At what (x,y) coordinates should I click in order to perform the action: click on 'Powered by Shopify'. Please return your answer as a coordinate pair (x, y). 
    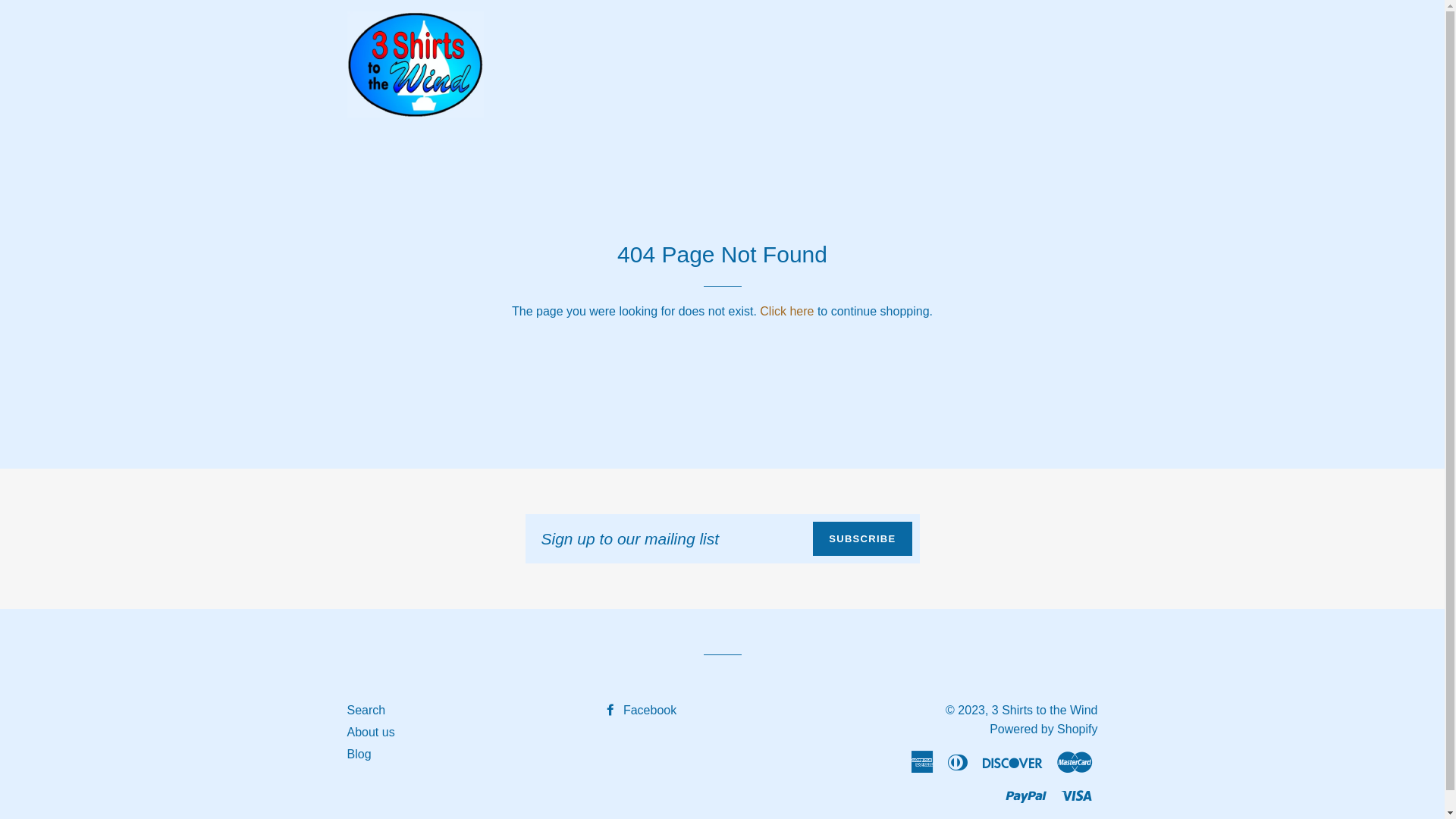
    Looking at the image, I should click on (1043, 728).